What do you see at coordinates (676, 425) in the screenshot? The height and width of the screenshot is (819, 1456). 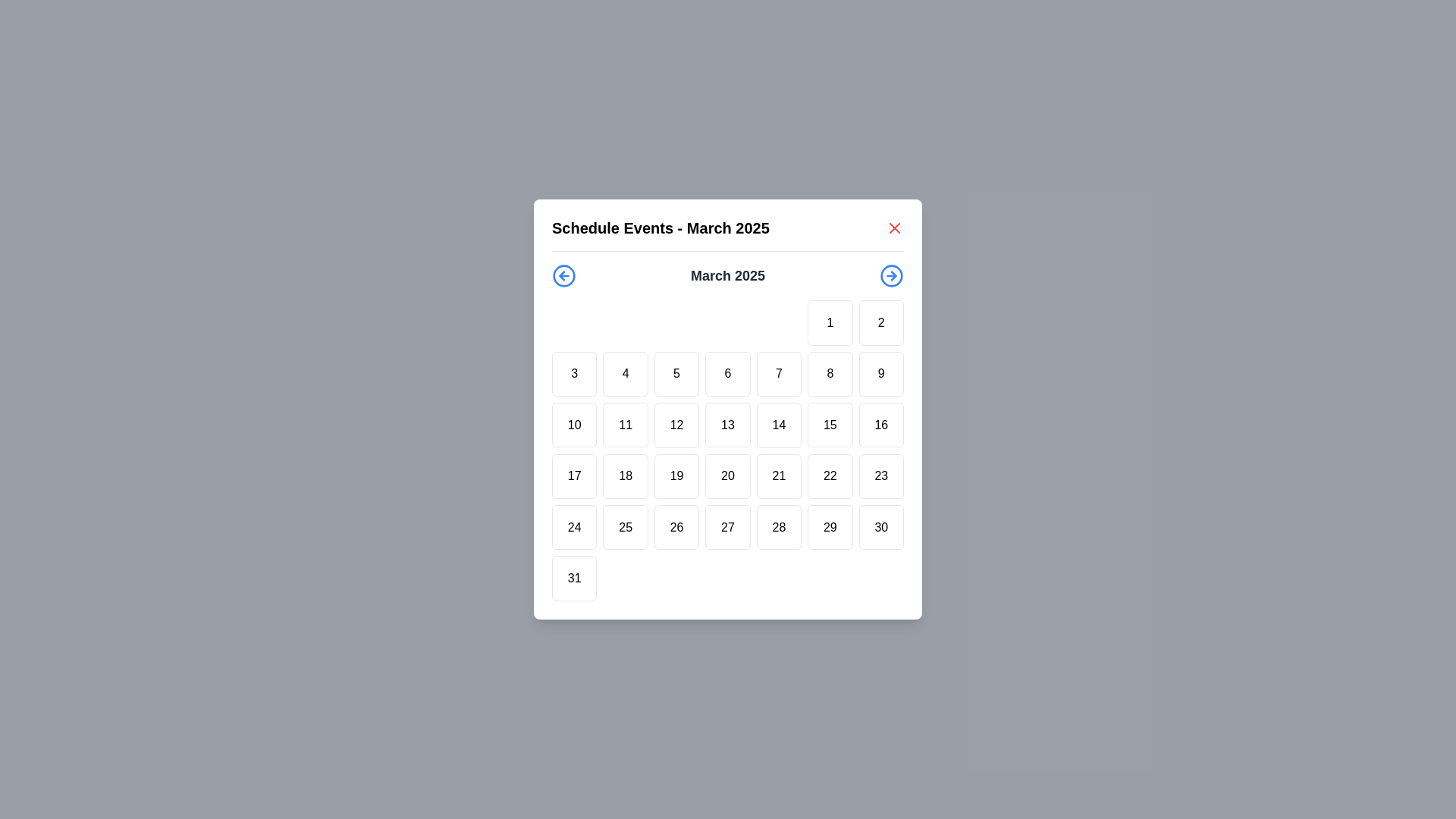 I see `the square-shaped button containing the numeric text '12'` at bounding box center [676, 425].